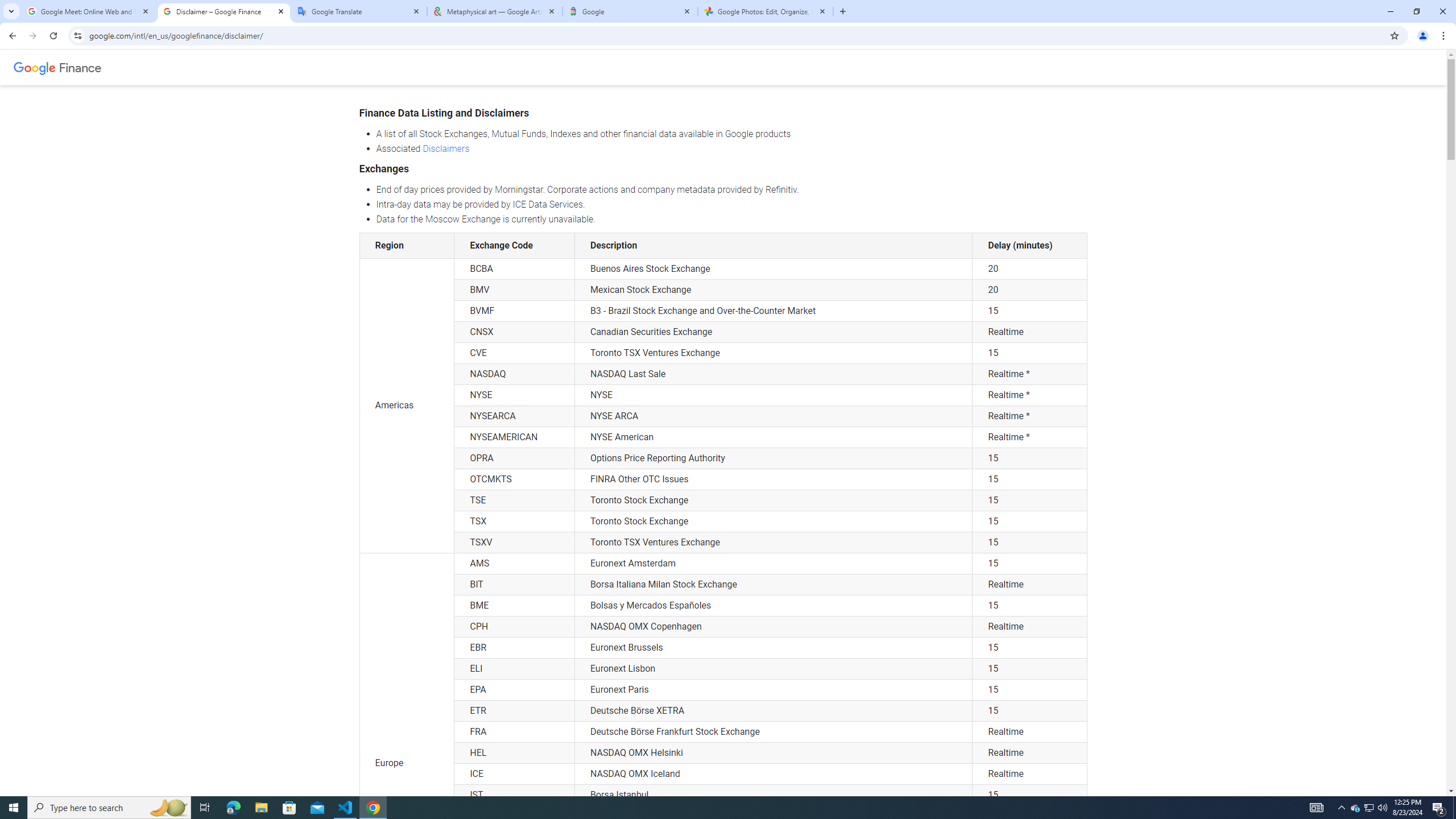  Describe the element at coordinates (773, 289) in the screenshot. I see `'Mexican Stock Exchange'` at that location.